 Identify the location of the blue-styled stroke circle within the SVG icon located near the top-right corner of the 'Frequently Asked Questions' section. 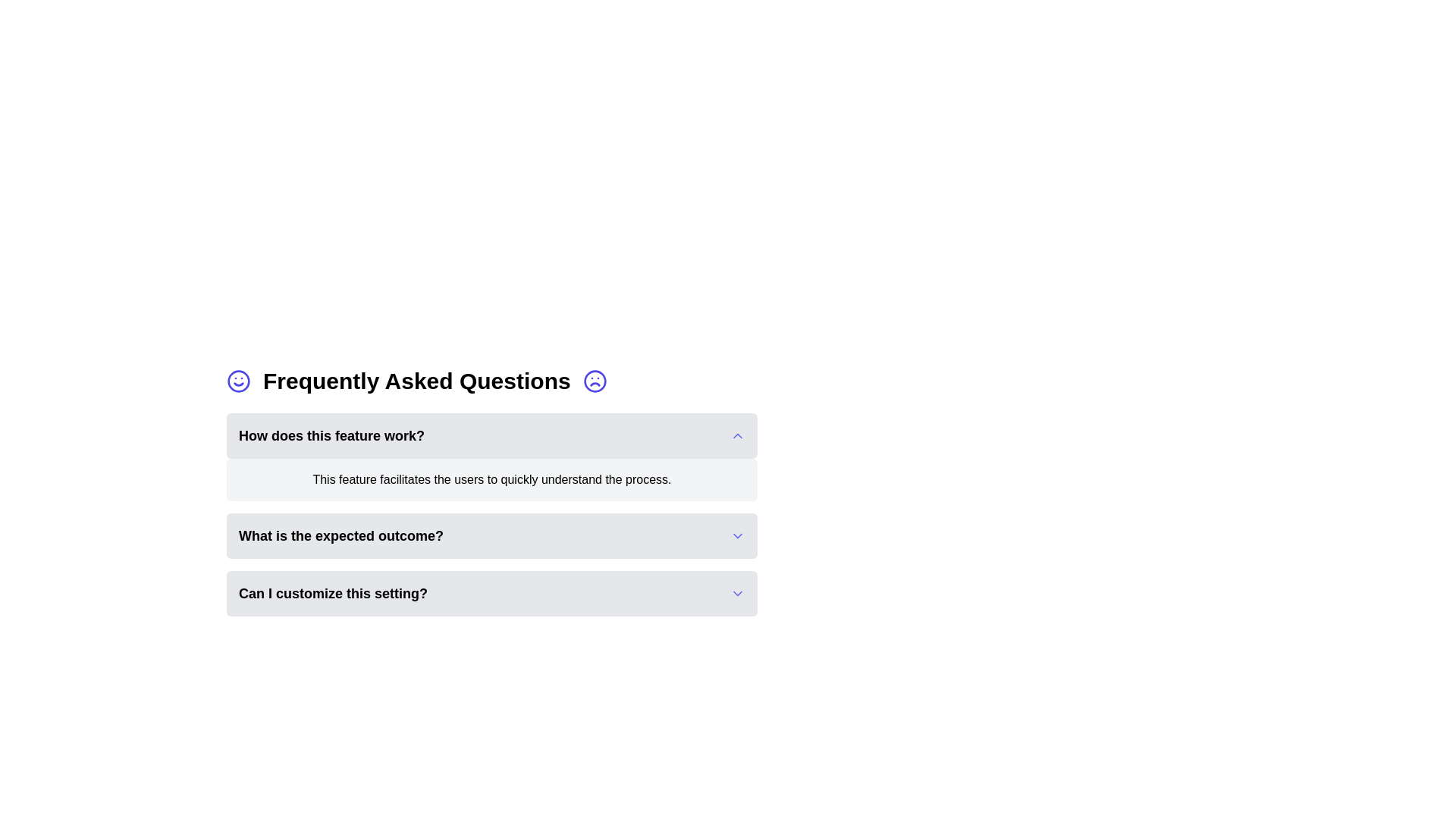
(594, 380).